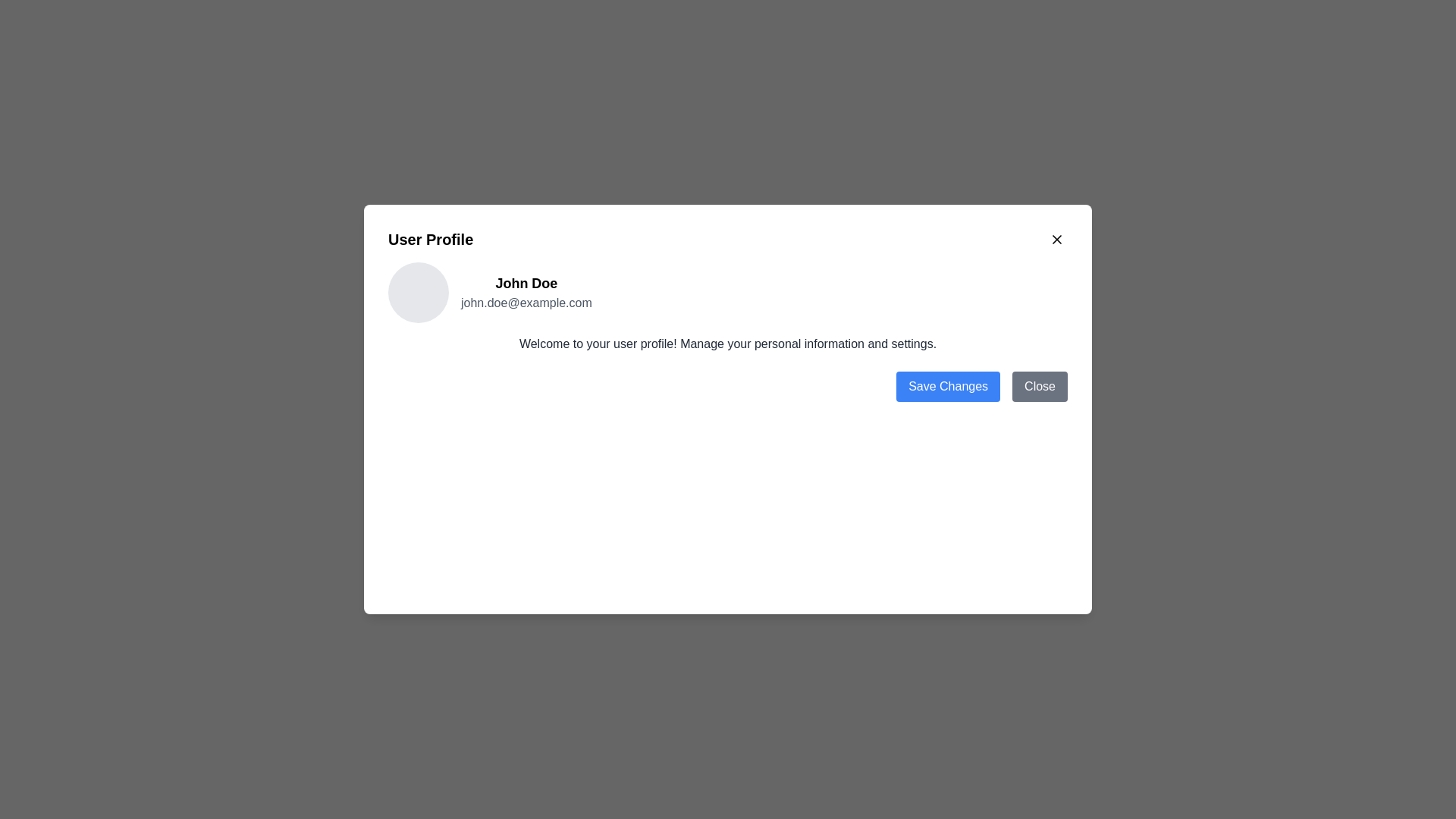 The image size is (1456, 819). I want to click on the close button located in the top-right corner of the modal dialog, so click(1056, 239).